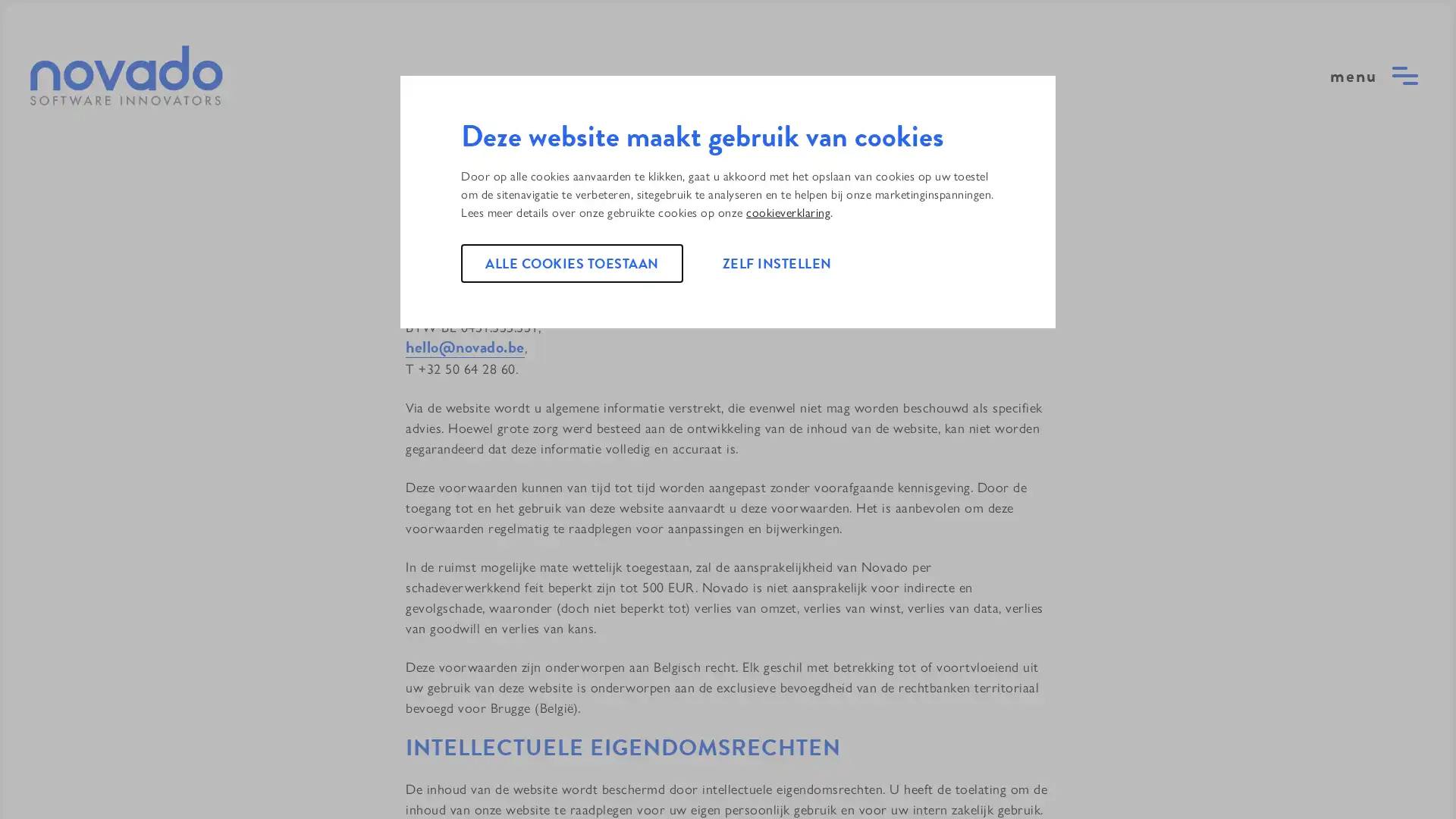 The width and height of the screenshot is (1456, 819). What do you see at coordinates (570, 262) in the screenshot?
I see `ALLE COOKIES TOESTAAN` at bounding box center [570, 262].